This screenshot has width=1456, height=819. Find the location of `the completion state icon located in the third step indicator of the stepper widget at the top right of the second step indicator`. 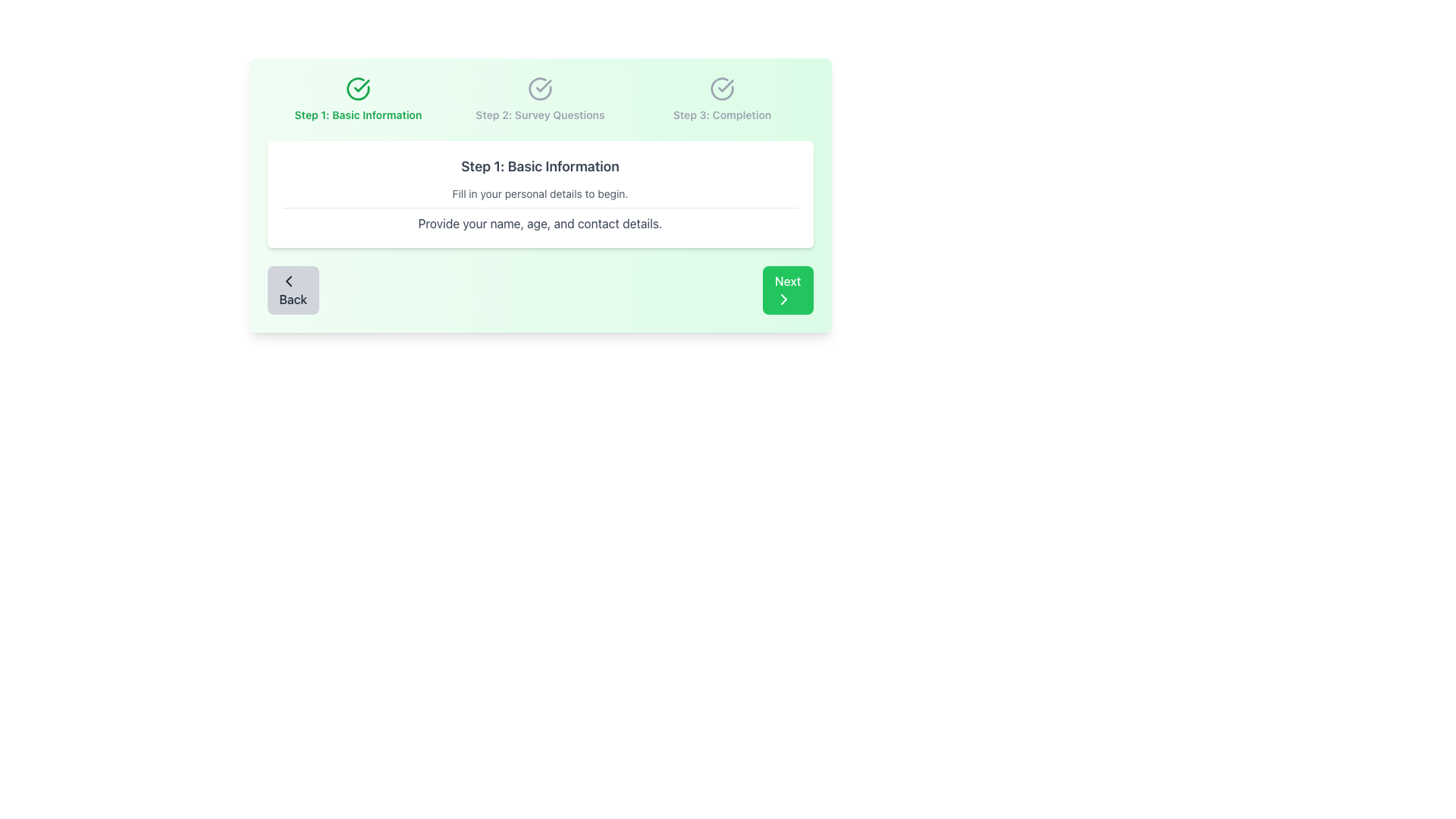

the completion state icon located in the third step indicator of the stepper widget at the top right of the second step indicator is located at coordinates (721, 89).